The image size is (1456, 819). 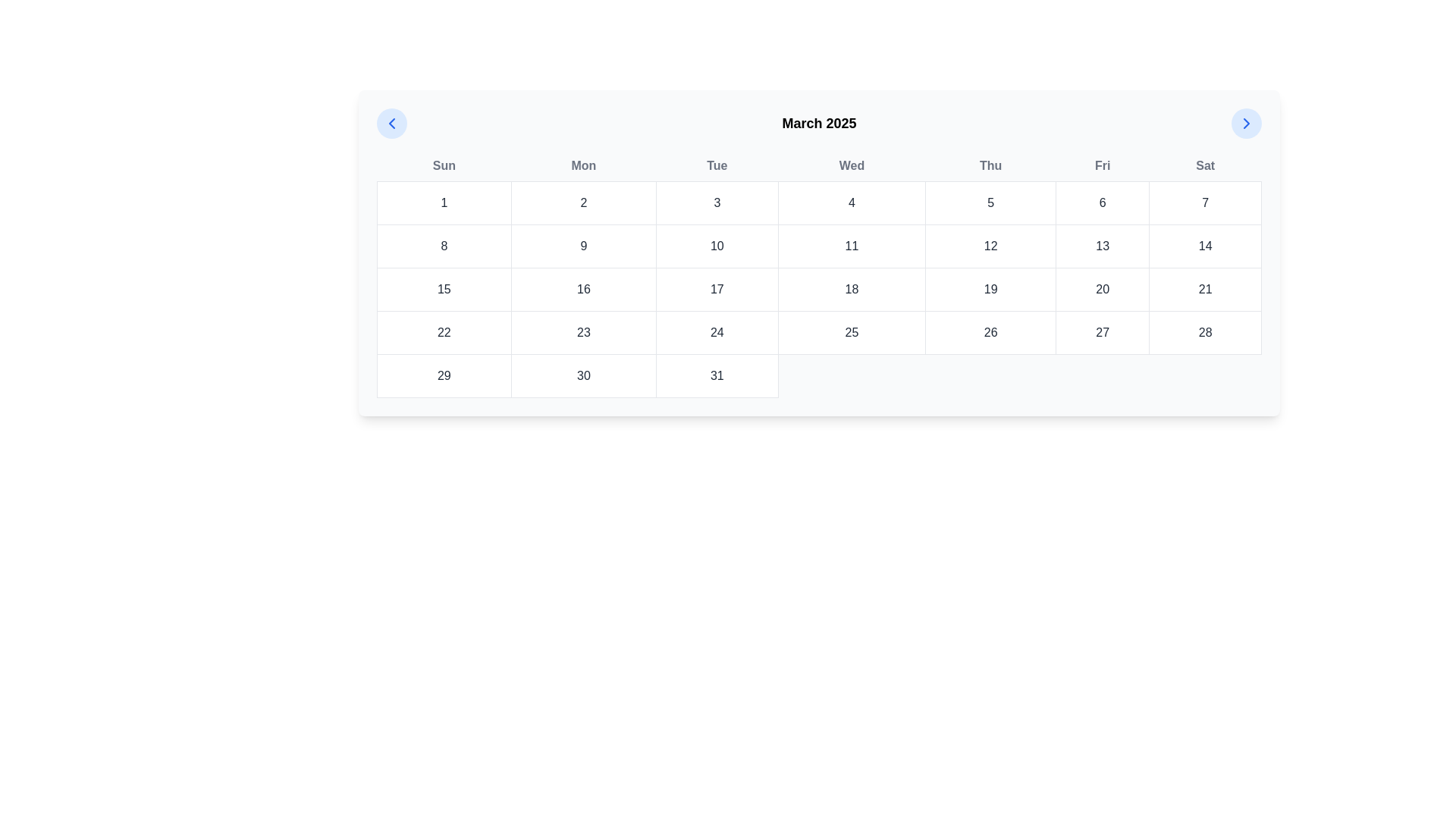 What do you see at coordinates (1103, 166) in the screenshot?
I see `the text label displaying 'Fri', which is styled in gray and is the sixth label in a row of weekday labels` at bounding box center [1103, 166].